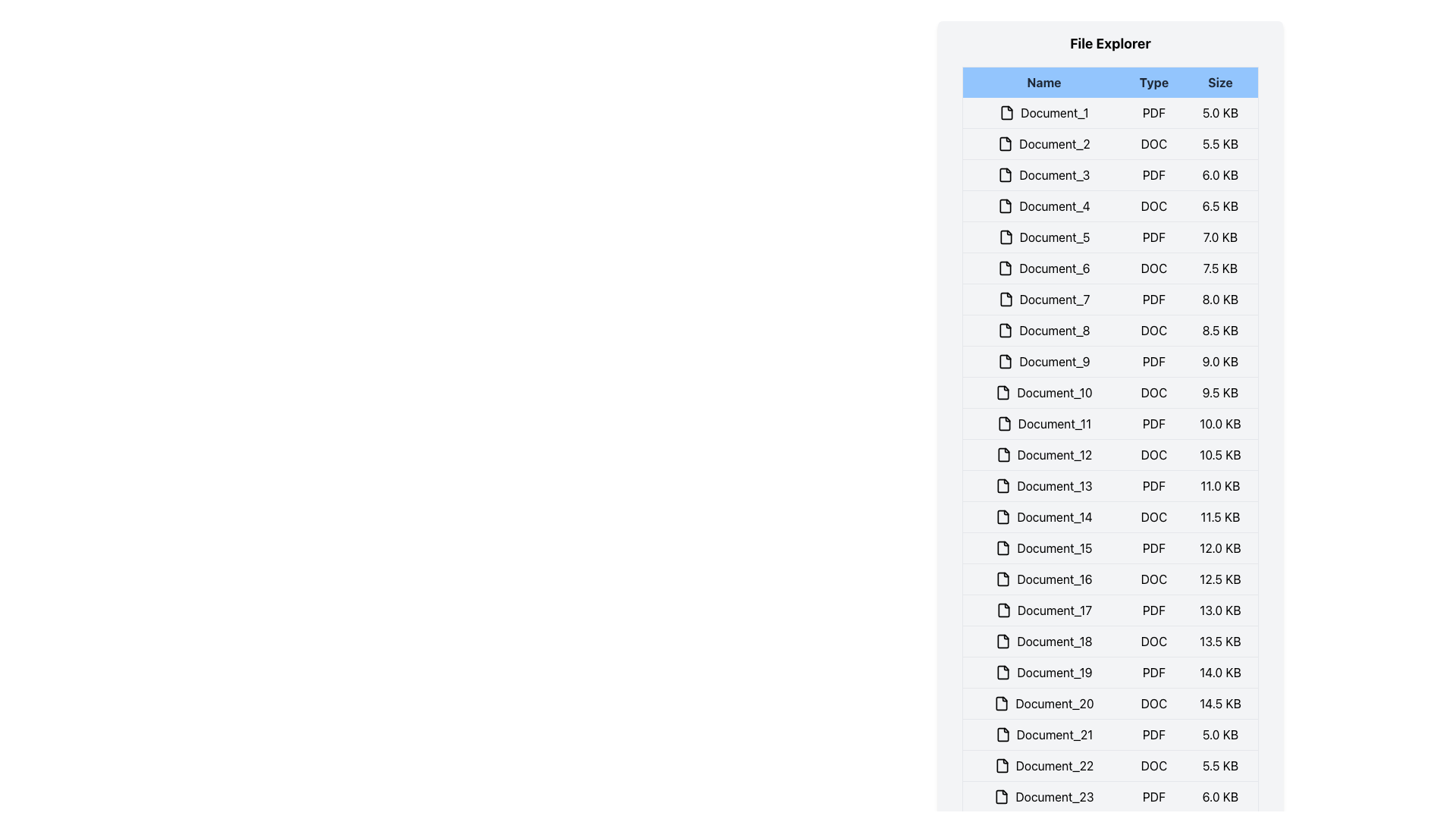 This screenshot has height=819, width=1456. I want to click on the document file icon located, so click(1006, 299).